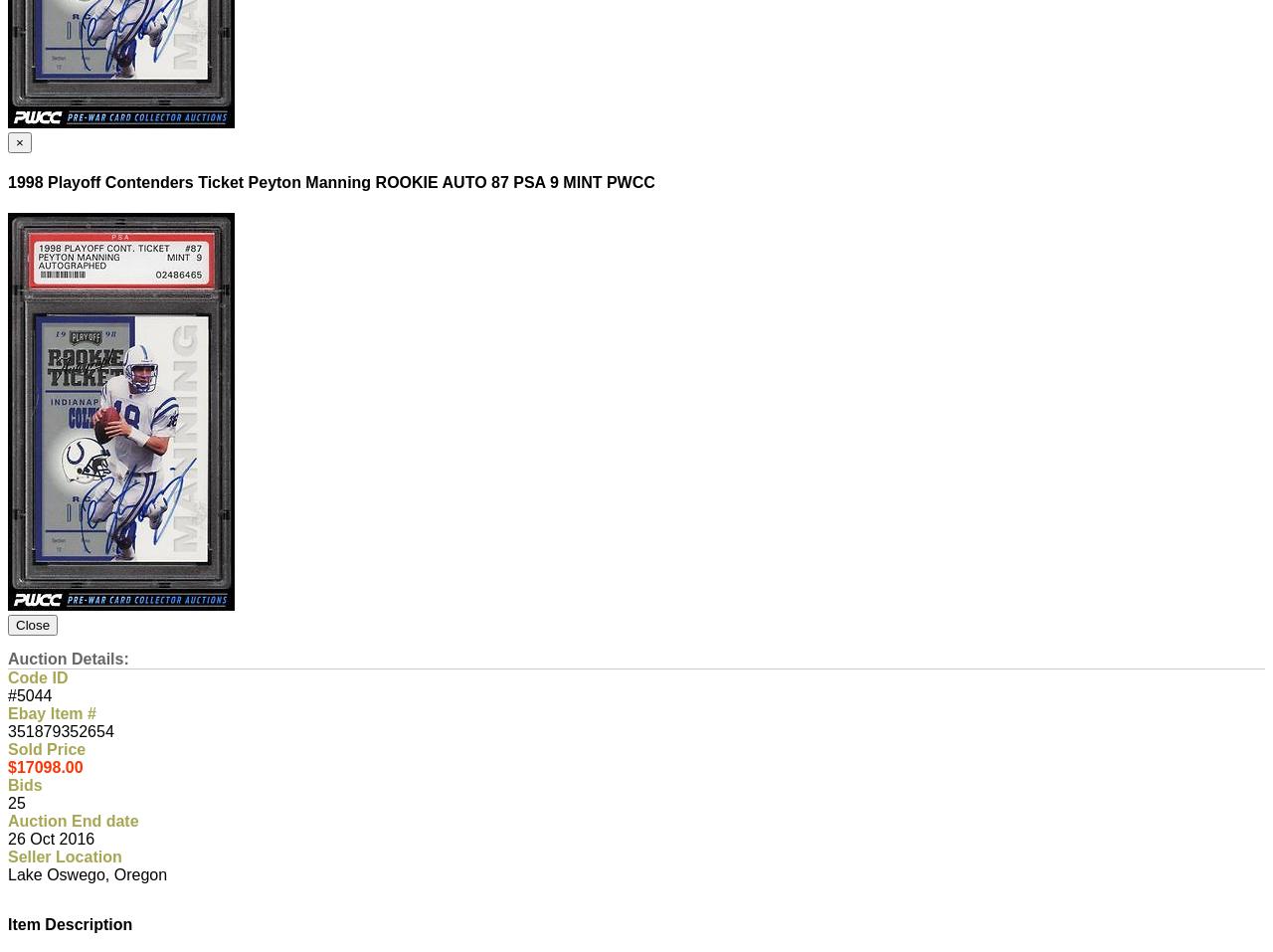  Describe the element at coordinates (331, 182) in the screenshot. I see `'1998 Playoff Contenders Ticket Peyton Manning ROOKIE AUTO 87 PSA 9 MINT PWCC'` at that location.